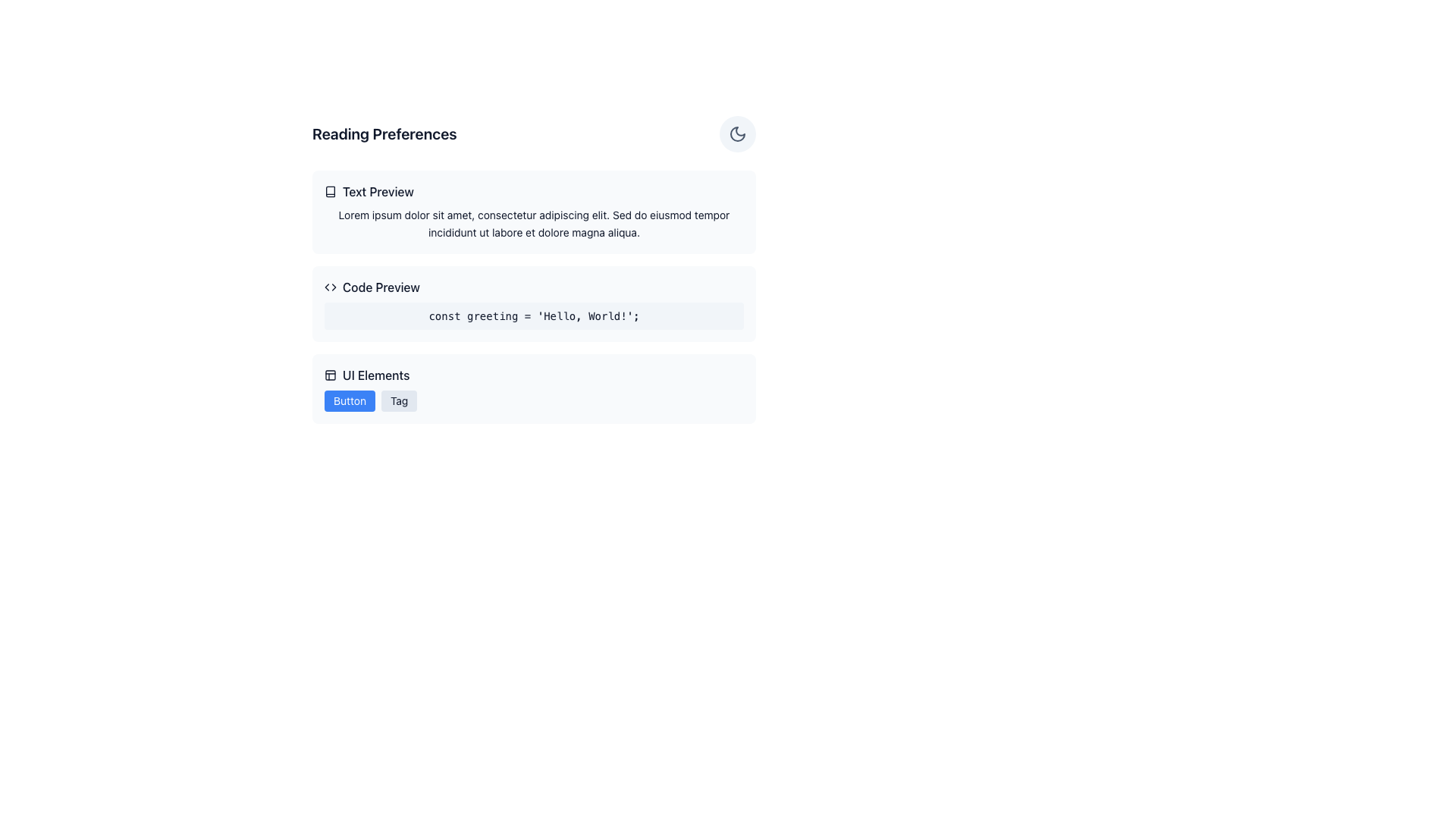  What do you see at coordinates (330, 375) in the screenshot?
I see `the icon representing the group titled 'UI Elements', which is located to the left of the text 'UI Elements'` at bounding box center [330, 375].